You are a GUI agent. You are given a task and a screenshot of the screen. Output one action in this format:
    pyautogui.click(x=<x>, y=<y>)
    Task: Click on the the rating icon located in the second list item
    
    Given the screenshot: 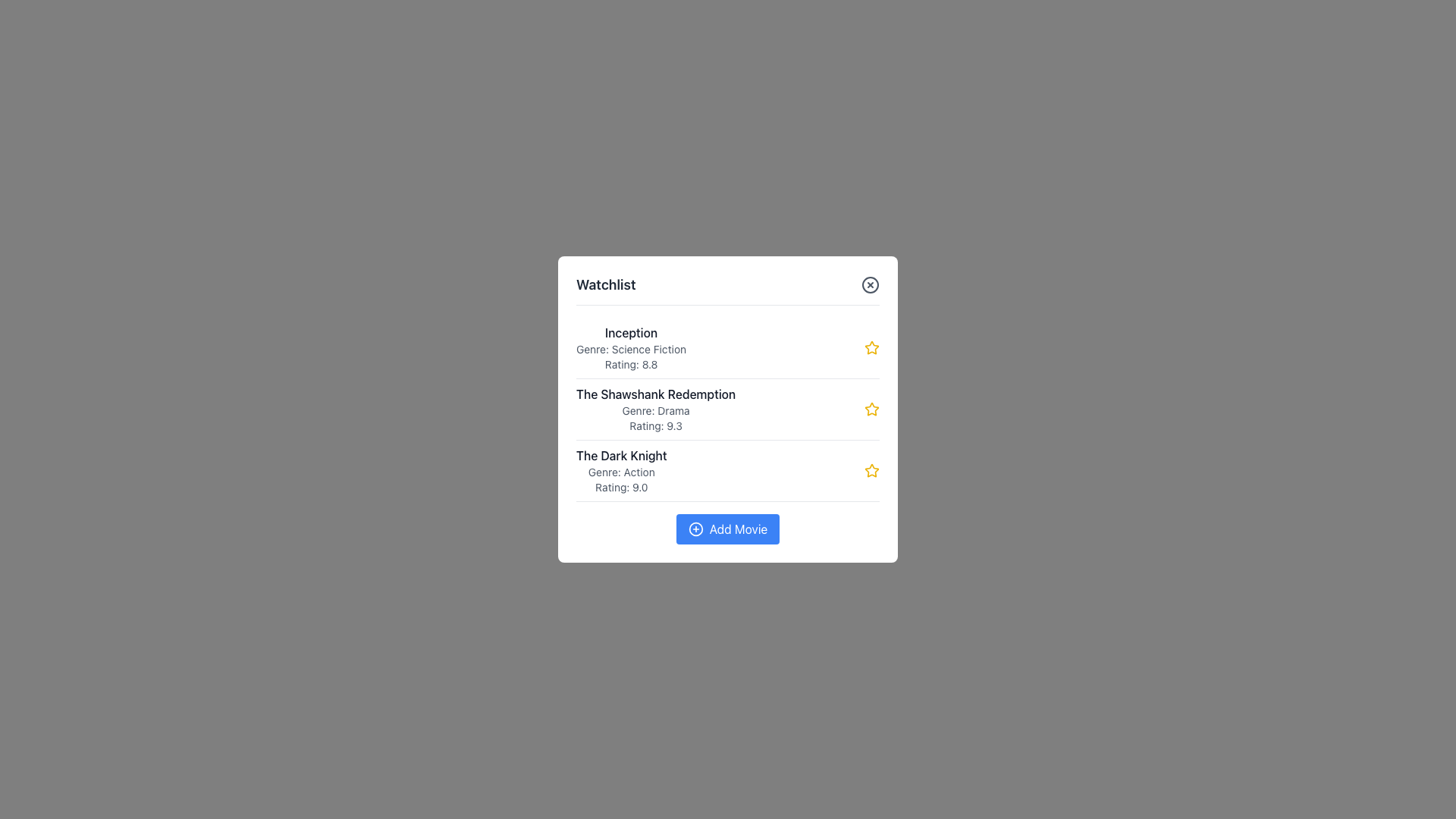 What is the action you would take?
    pyautogui.click(x=872, y=469)
    